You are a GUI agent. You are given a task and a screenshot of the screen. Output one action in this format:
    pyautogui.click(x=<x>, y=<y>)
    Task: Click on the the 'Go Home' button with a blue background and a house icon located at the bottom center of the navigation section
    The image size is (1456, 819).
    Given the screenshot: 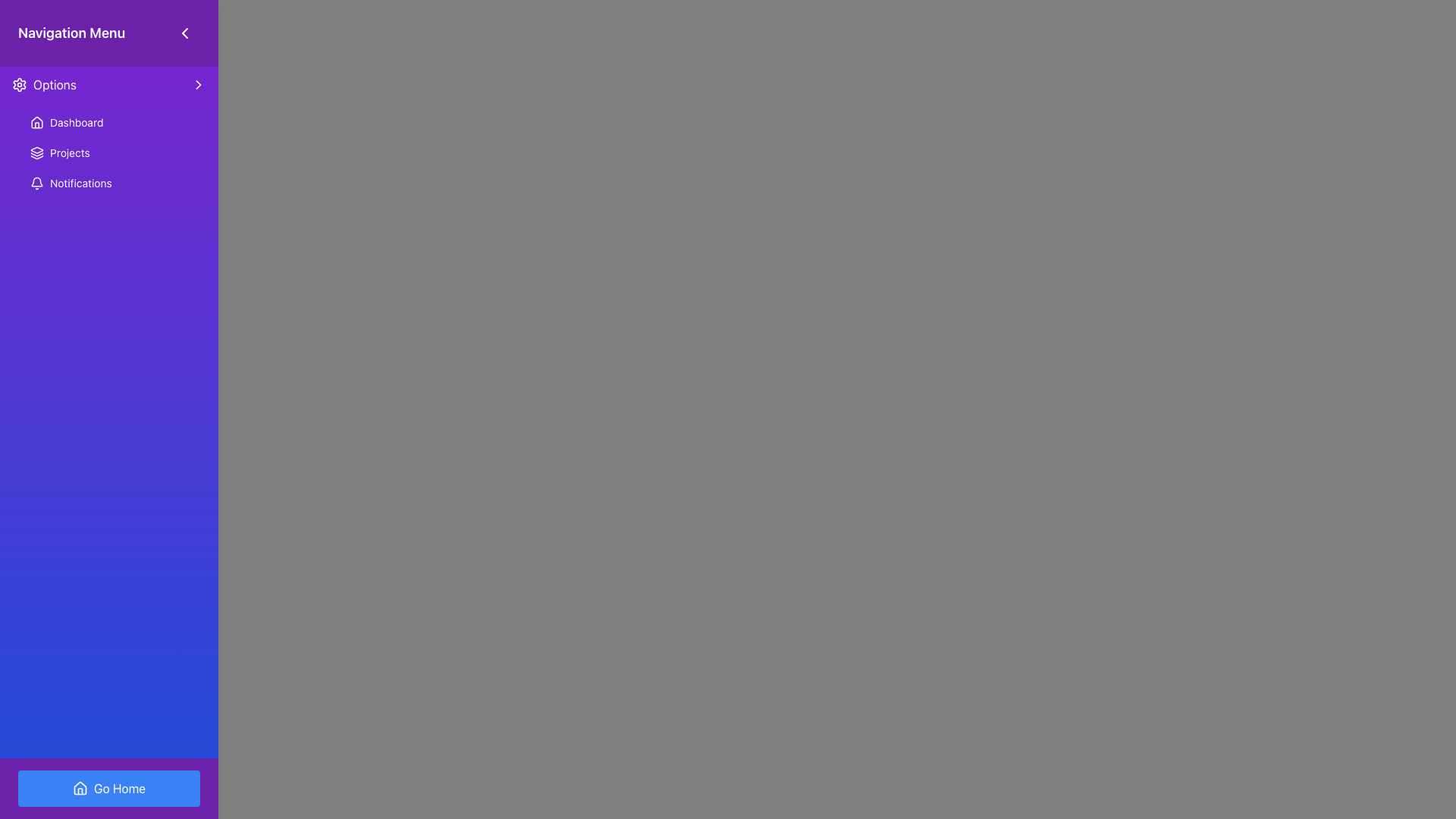 What is the action you would take?
    pyautogui.click(x=108, y=788)
    